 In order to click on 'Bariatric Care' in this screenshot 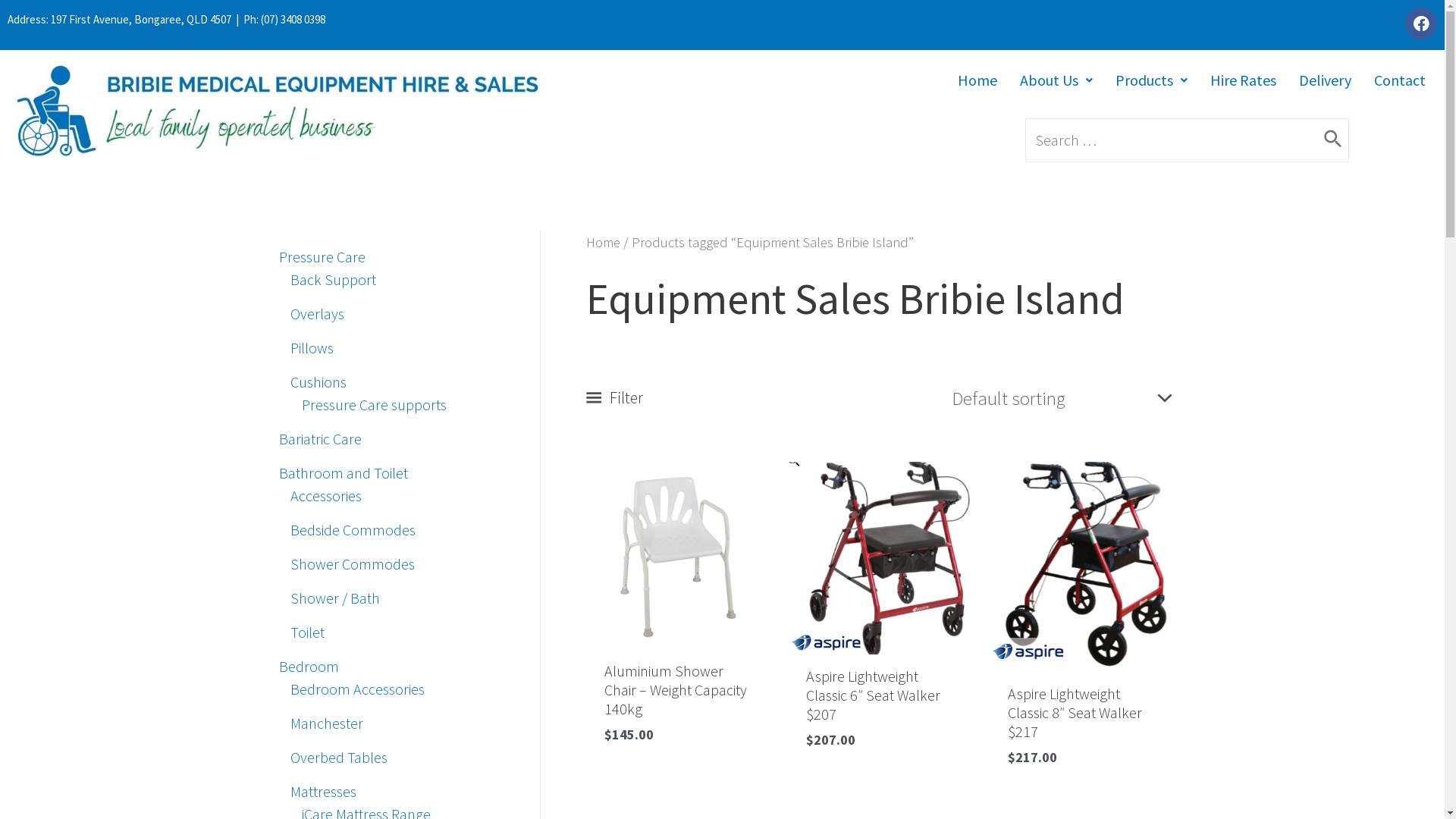, I will do `click(319, 438)`.